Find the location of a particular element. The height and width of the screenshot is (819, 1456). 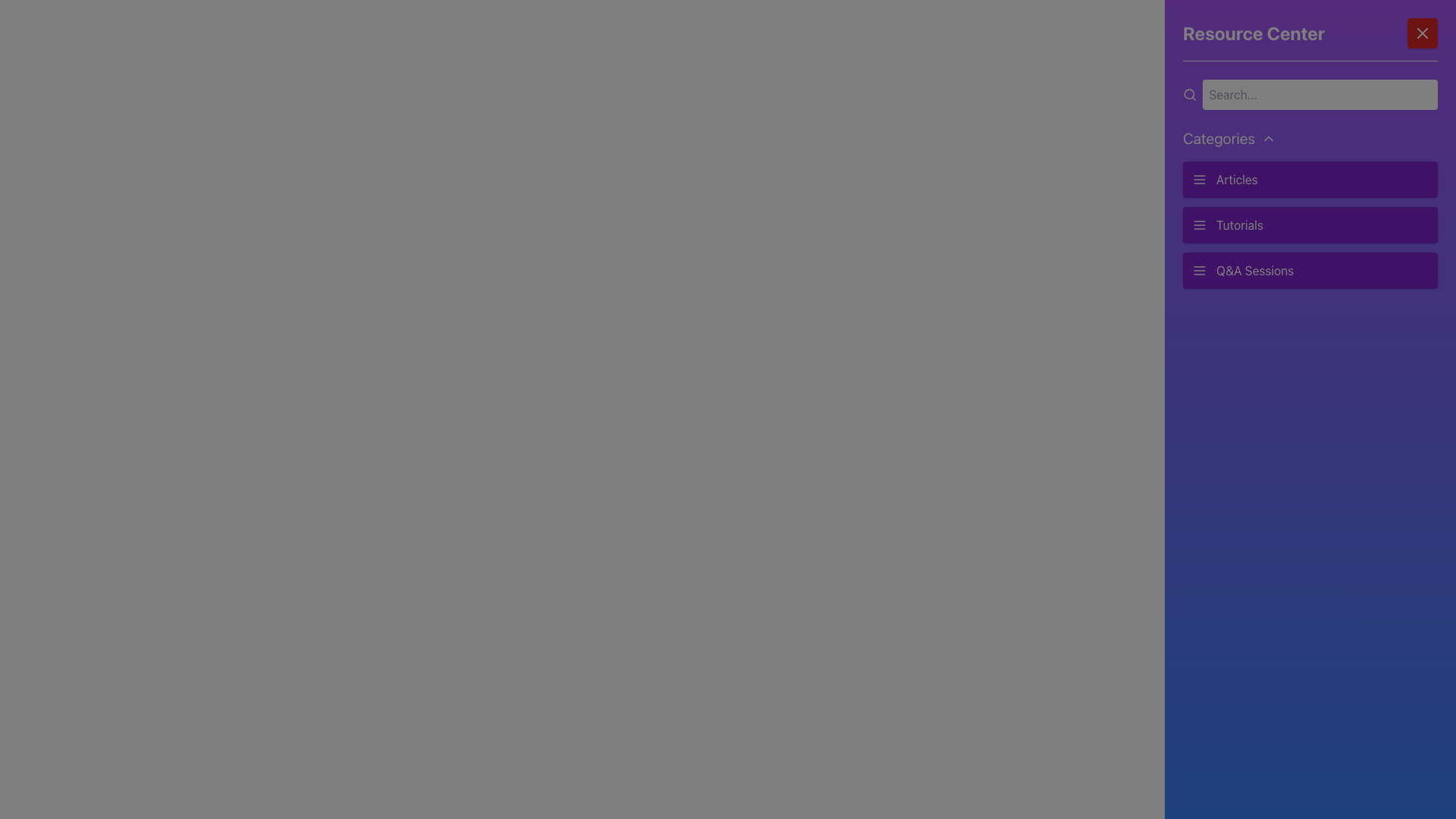

the text element displaying 'Resource Center', which is prominently styled in bold, large font against a purple gradient background, located at the top-left corner of the interface's header is located at coordinates (1254, 33).